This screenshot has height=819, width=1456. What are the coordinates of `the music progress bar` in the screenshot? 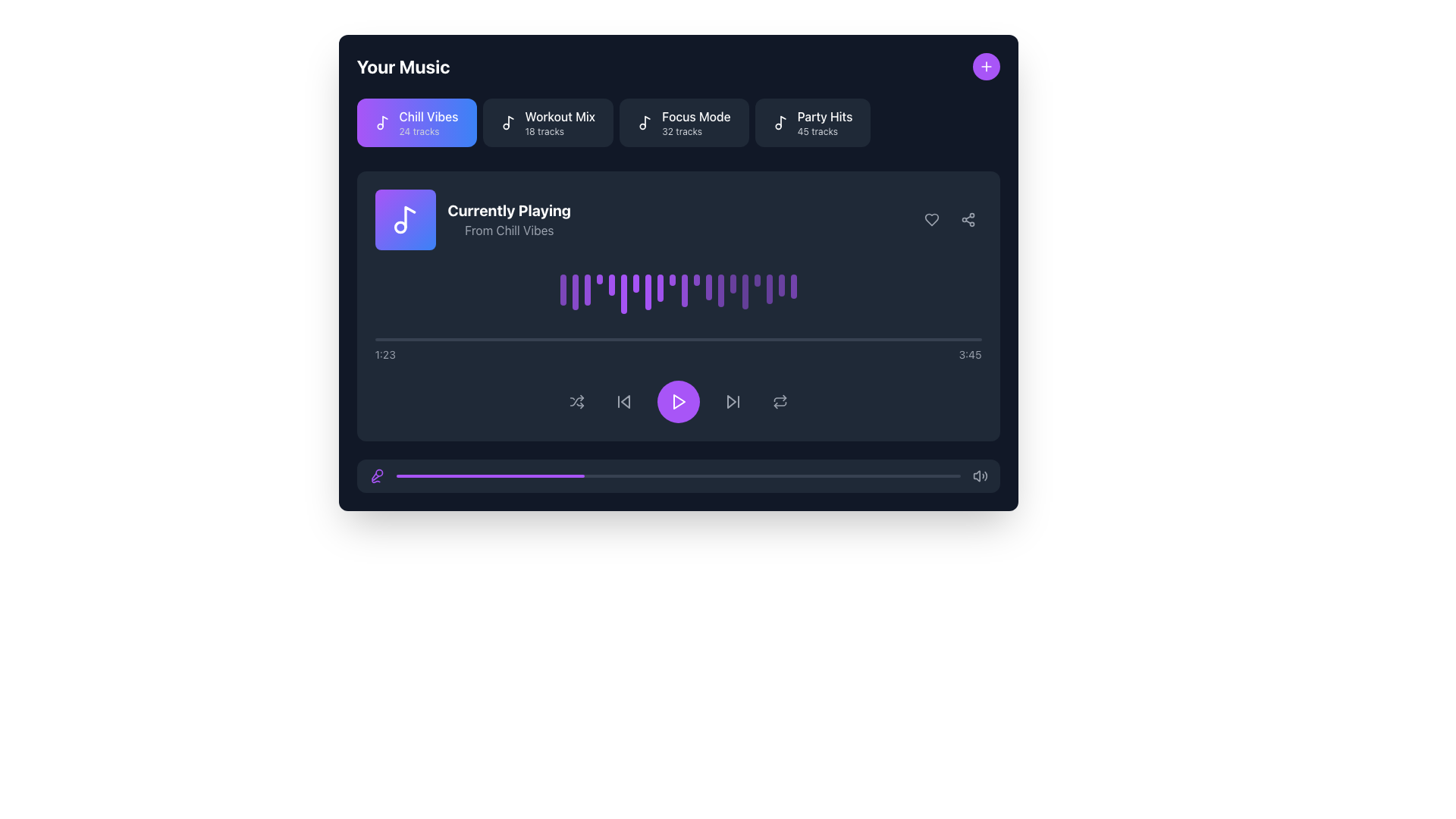 It's located at (451, 475).